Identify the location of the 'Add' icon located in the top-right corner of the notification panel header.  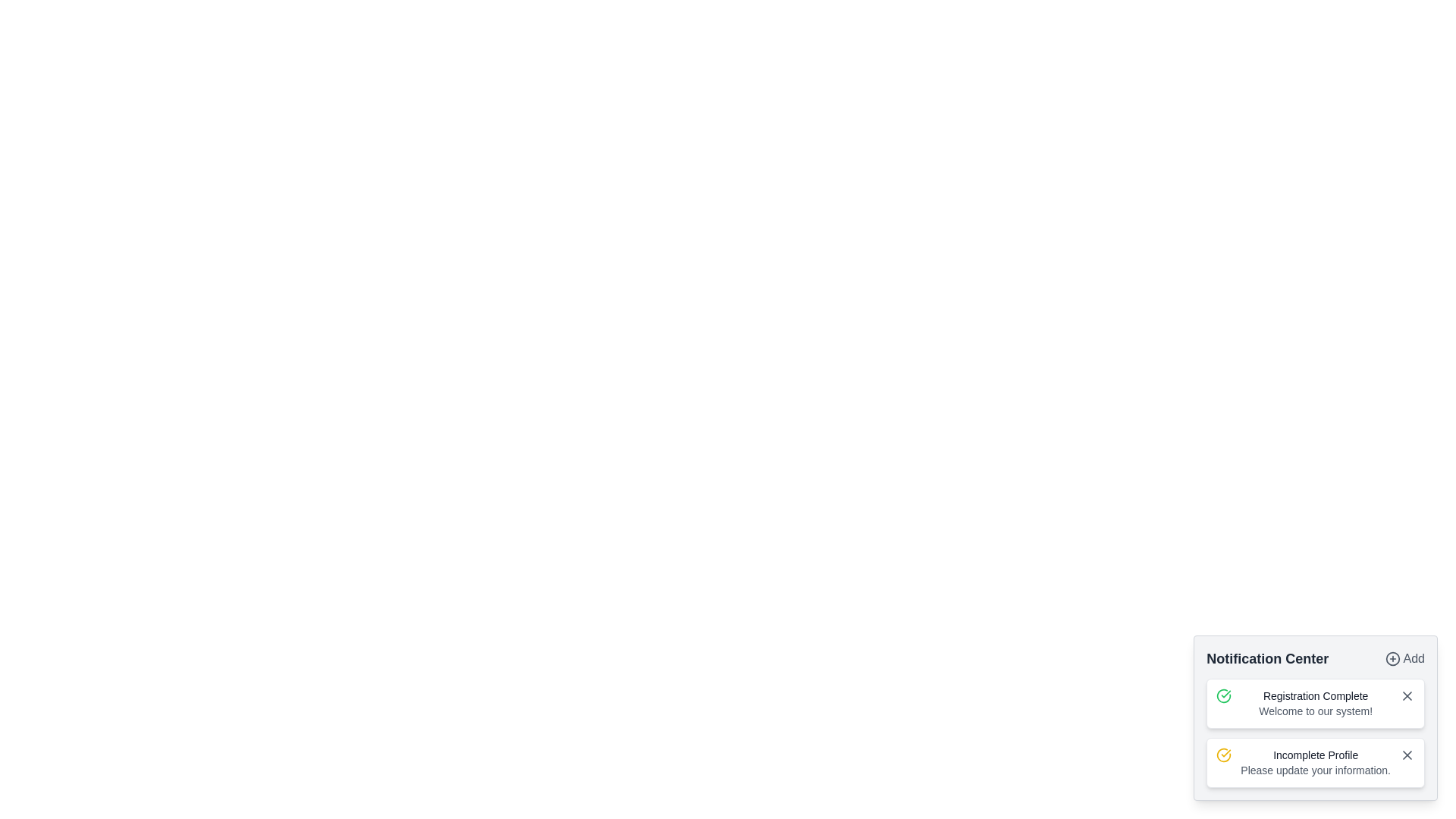
(1392, 657).